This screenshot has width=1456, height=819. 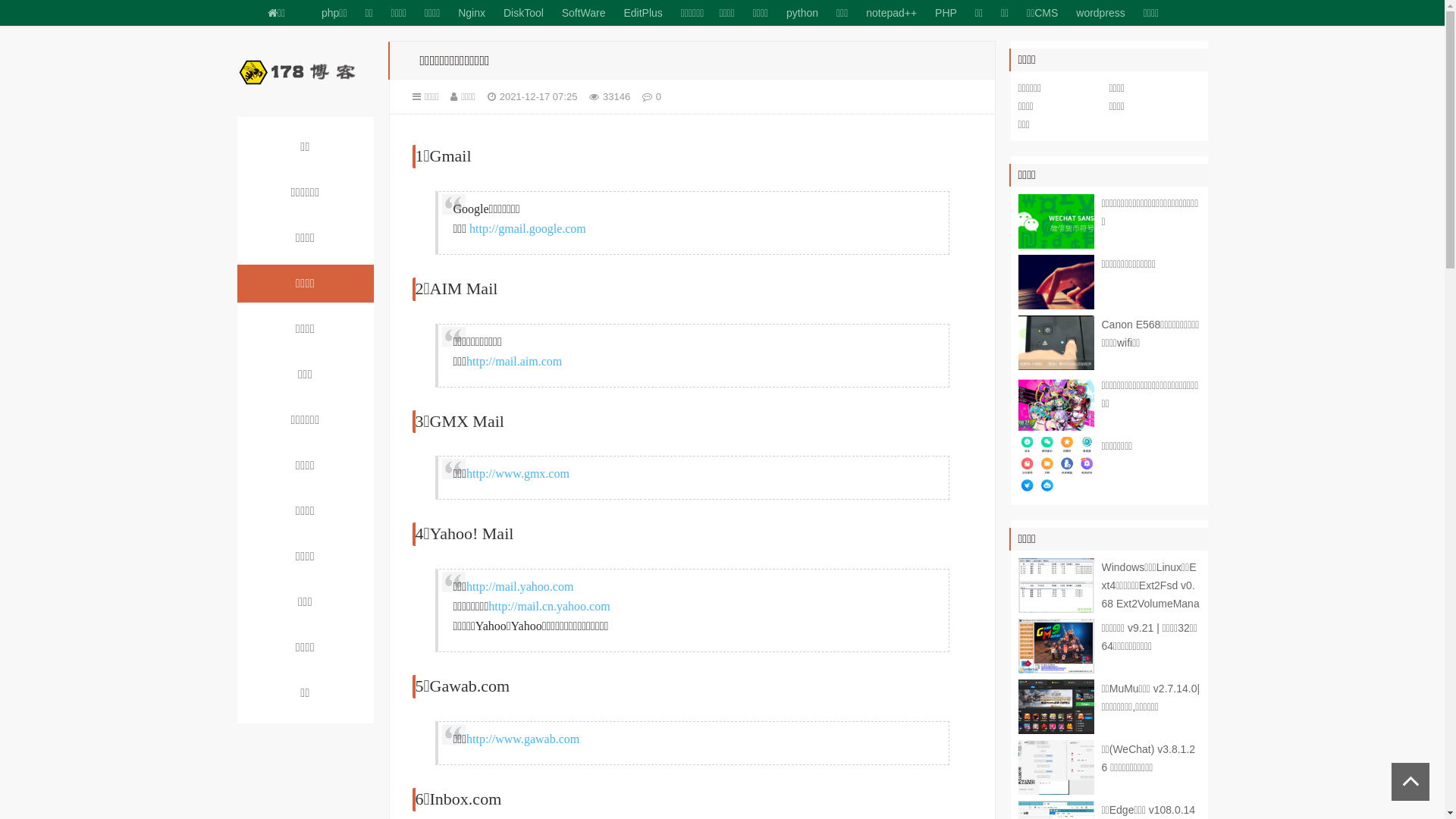 I want to click on 'EditPlus', so click(x=642, y=12).